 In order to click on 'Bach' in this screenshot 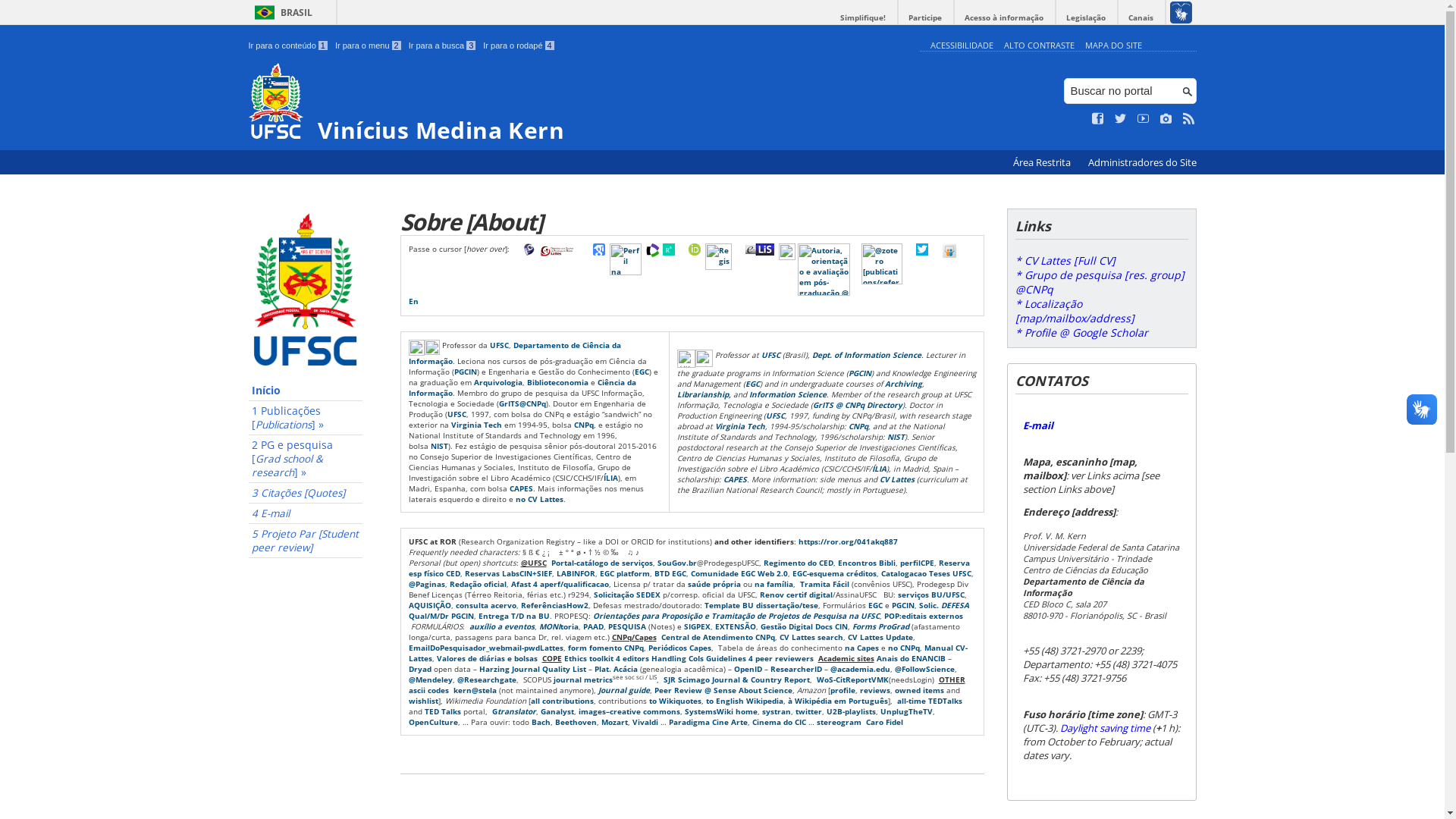, I will do `click(540, 721)`.